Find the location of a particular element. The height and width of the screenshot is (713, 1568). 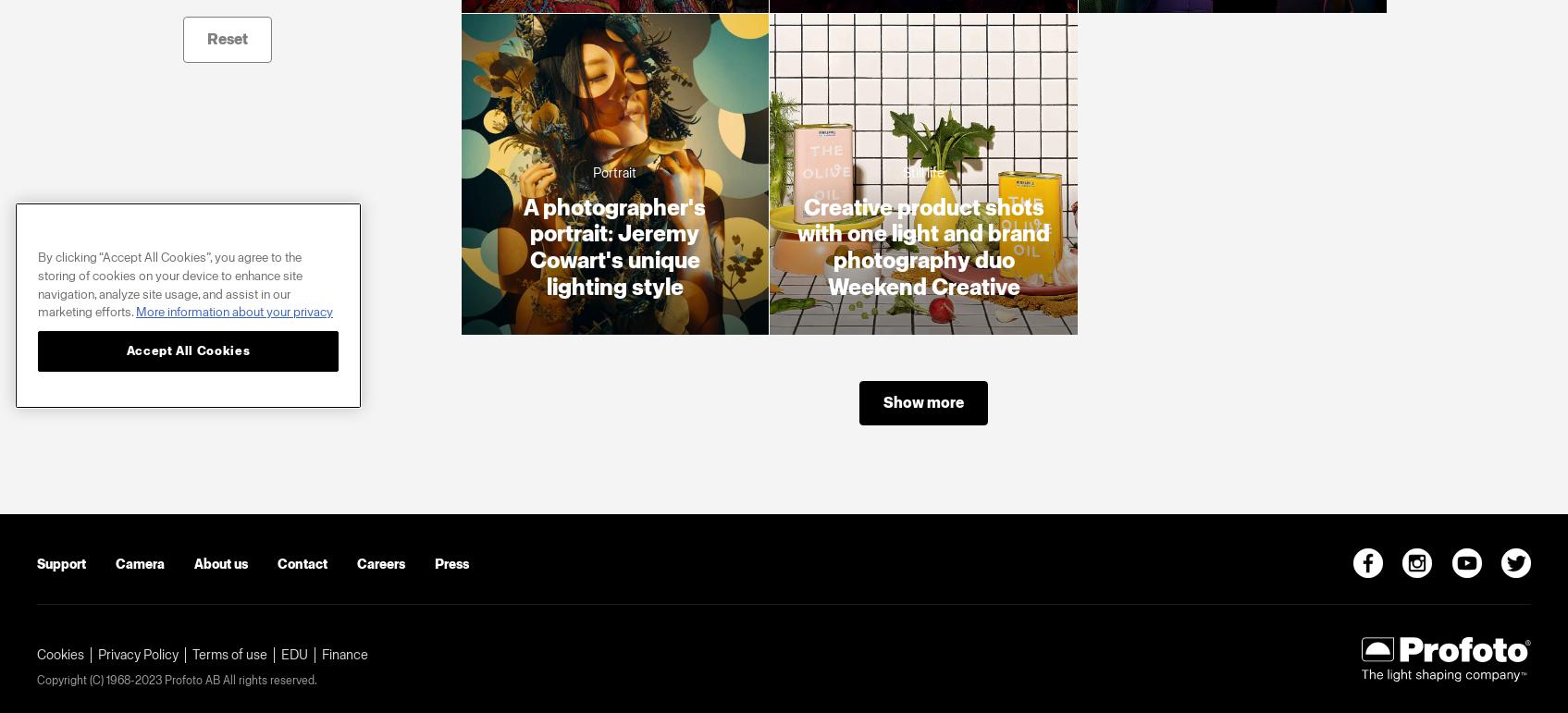

'Privacy Policy' is located at coordinates (138, 653).